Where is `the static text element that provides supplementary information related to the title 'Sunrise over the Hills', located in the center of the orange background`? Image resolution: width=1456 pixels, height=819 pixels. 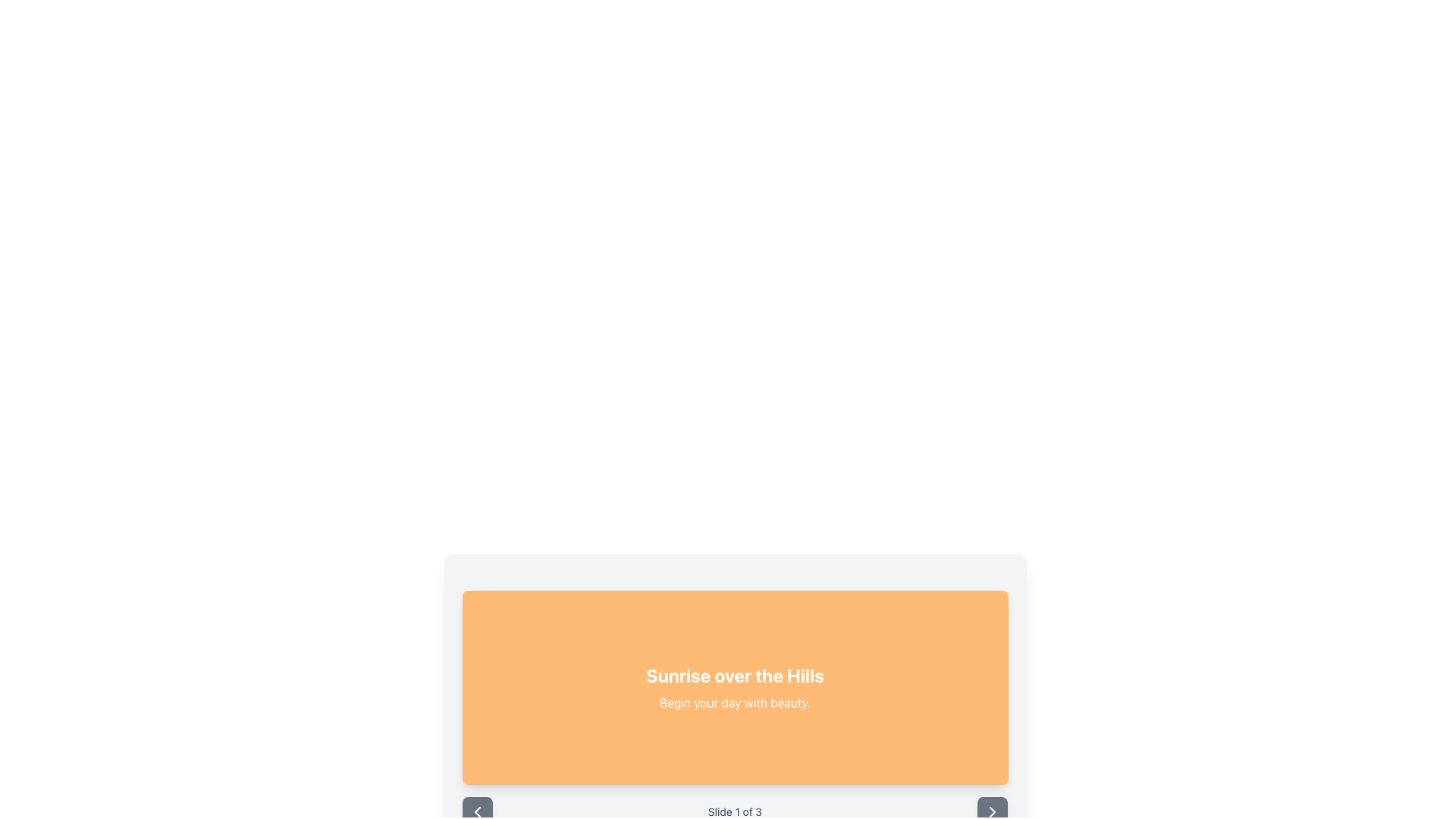
the static text element that provides supplementary information related to the title 'Sunrise over the Hills', located in the center of the orange background is located at coordinates (735, 702).